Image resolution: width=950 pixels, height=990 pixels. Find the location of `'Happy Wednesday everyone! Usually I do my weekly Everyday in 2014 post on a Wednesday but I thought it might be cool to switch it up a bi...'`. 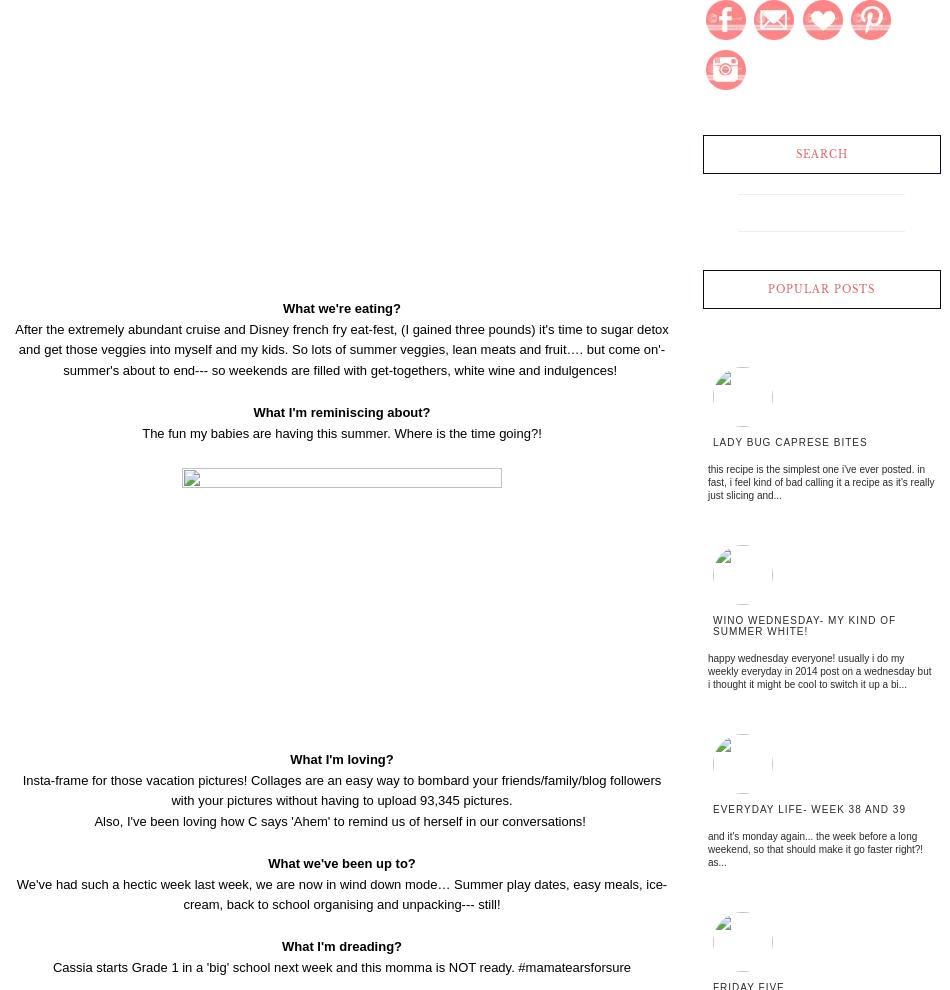

'Happy Wednesday everyone! Usually I do my weekly Everyday in 2014 post on a Wednesday but I thought it might be cool to switch it up a bi...' is located at coordinates (818, 671).